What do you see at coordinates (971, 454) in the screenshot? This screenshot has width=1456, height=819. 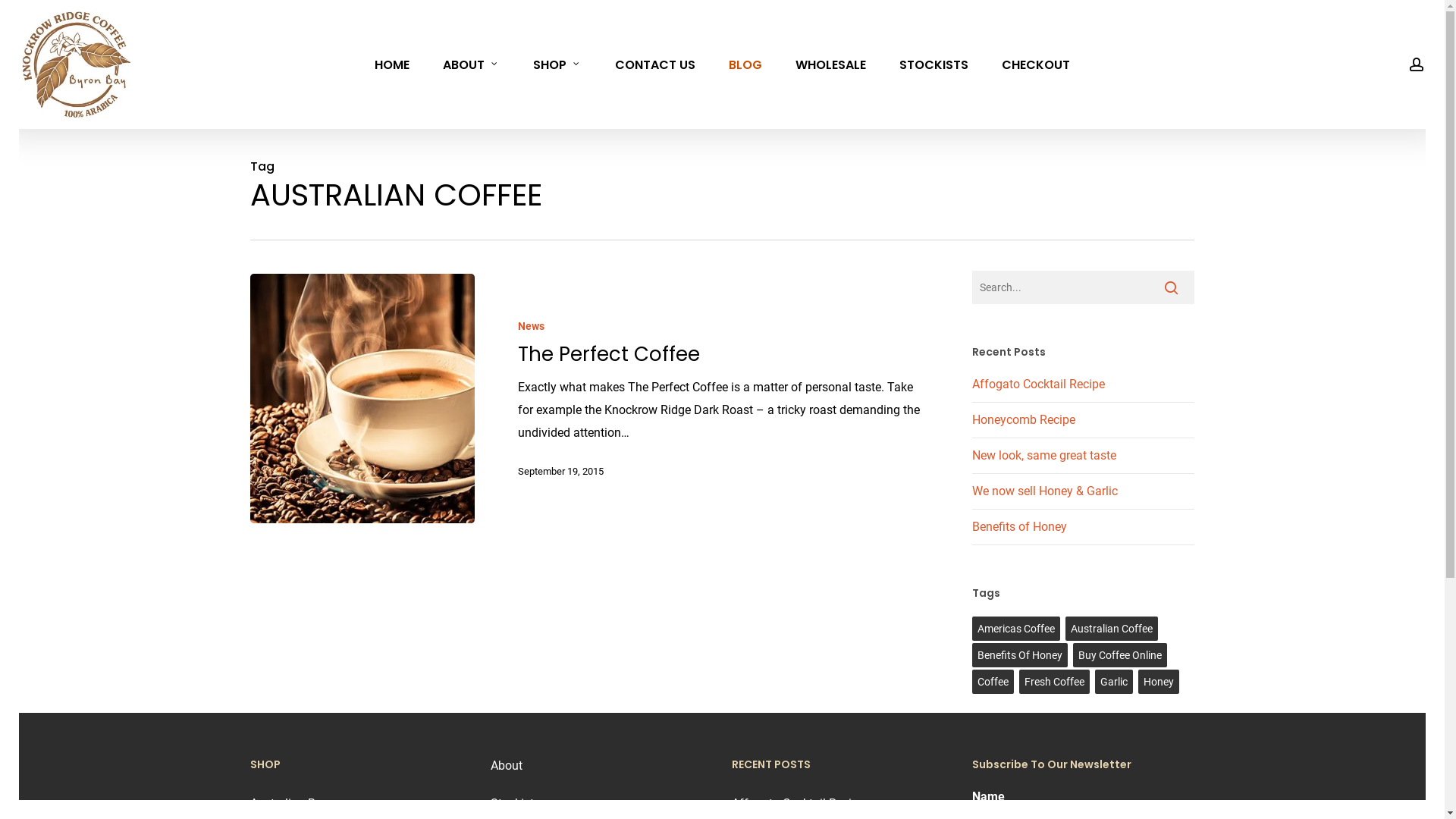 I see `'New look, same great taste'` at bounding box center [971, 454].